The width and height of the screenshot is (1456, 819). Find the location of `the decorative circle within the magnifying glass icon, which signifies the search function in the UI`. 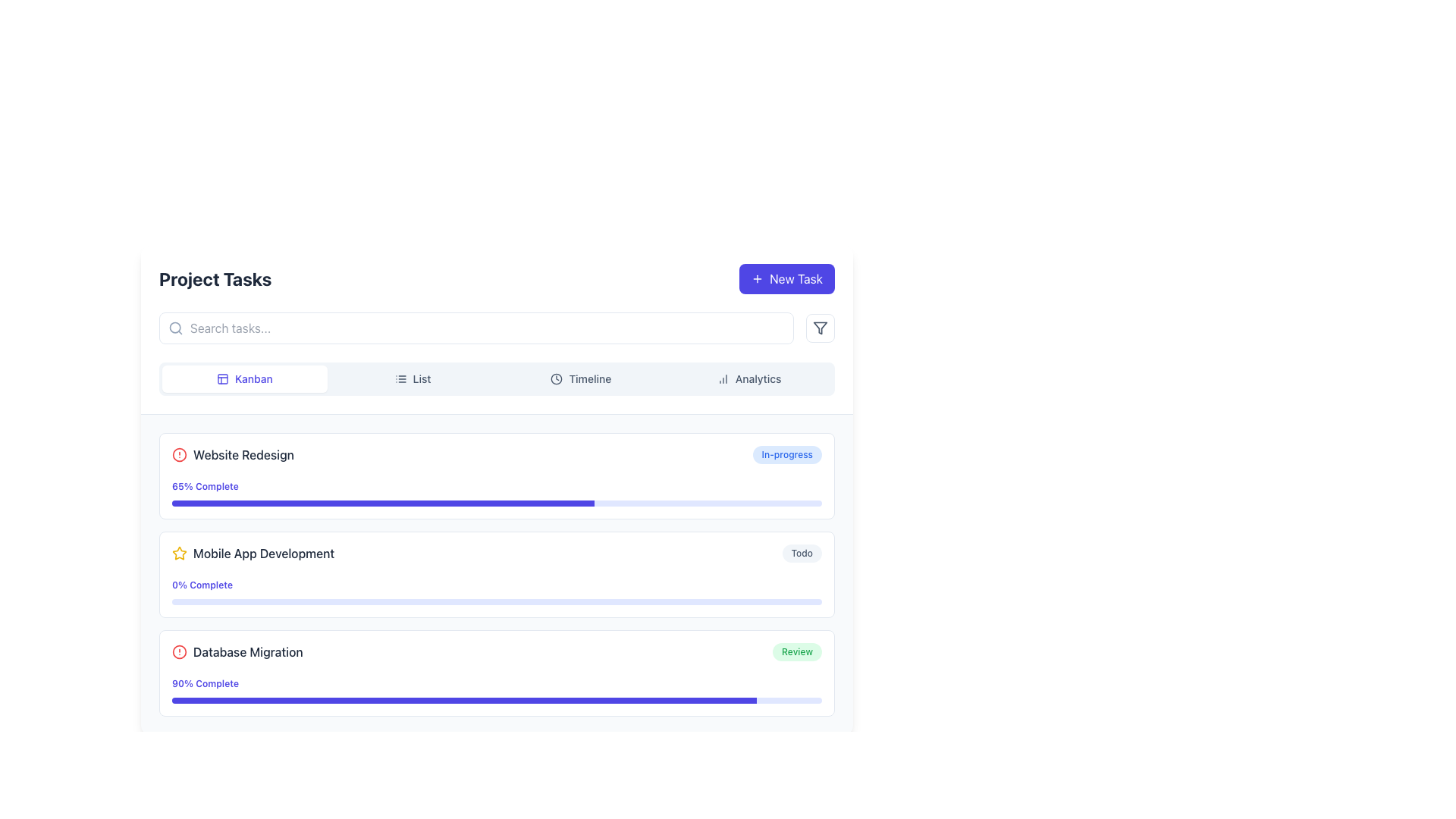

the decorative circle within the magnifying glass icon, which signifies the search function in the UI is located at coordinates (175, 327).